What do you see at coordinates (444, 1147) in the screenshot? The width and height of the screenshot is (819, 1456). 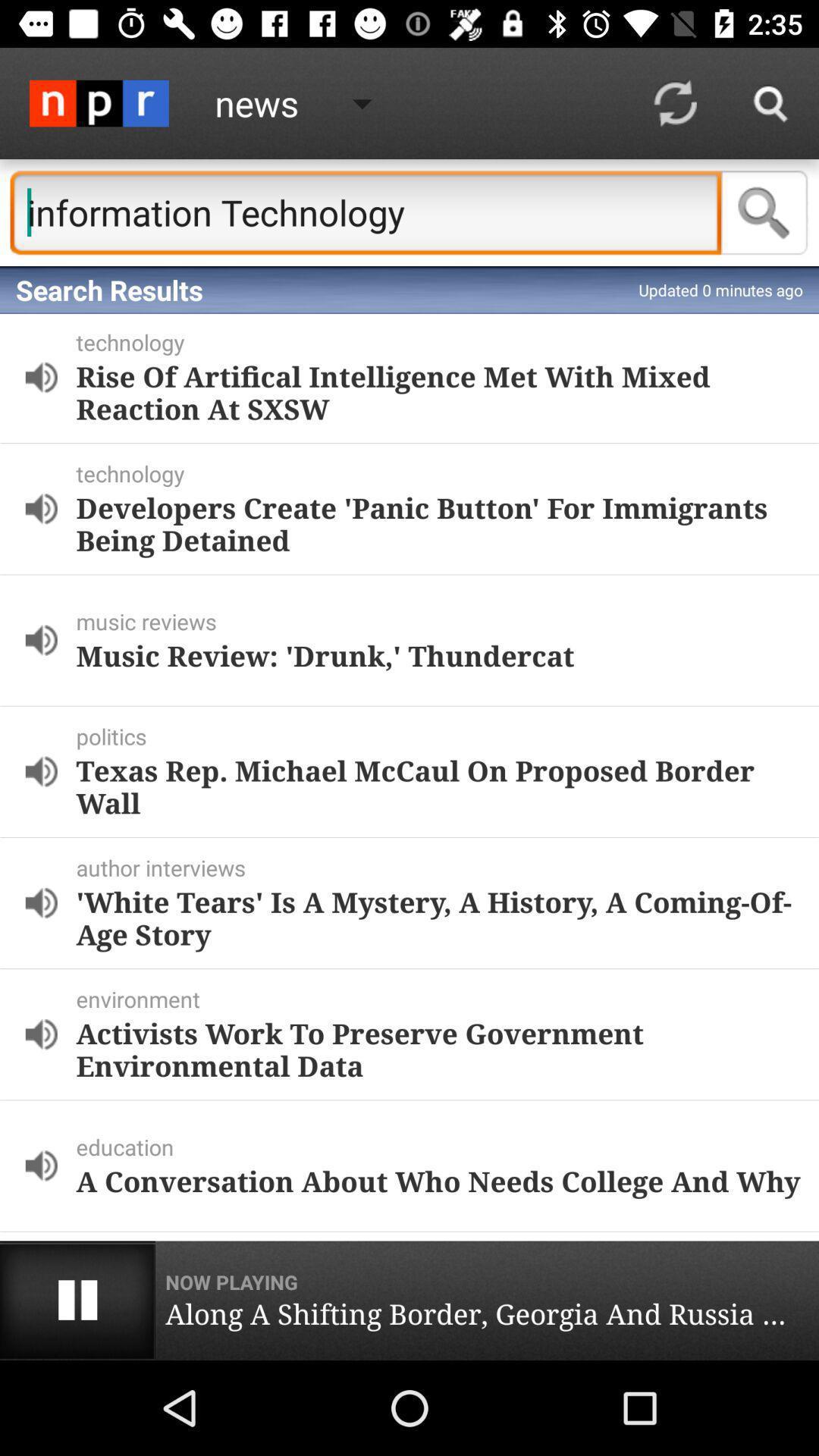 I see `the item above a conversation about icon` at bounding box center [444, 1147].